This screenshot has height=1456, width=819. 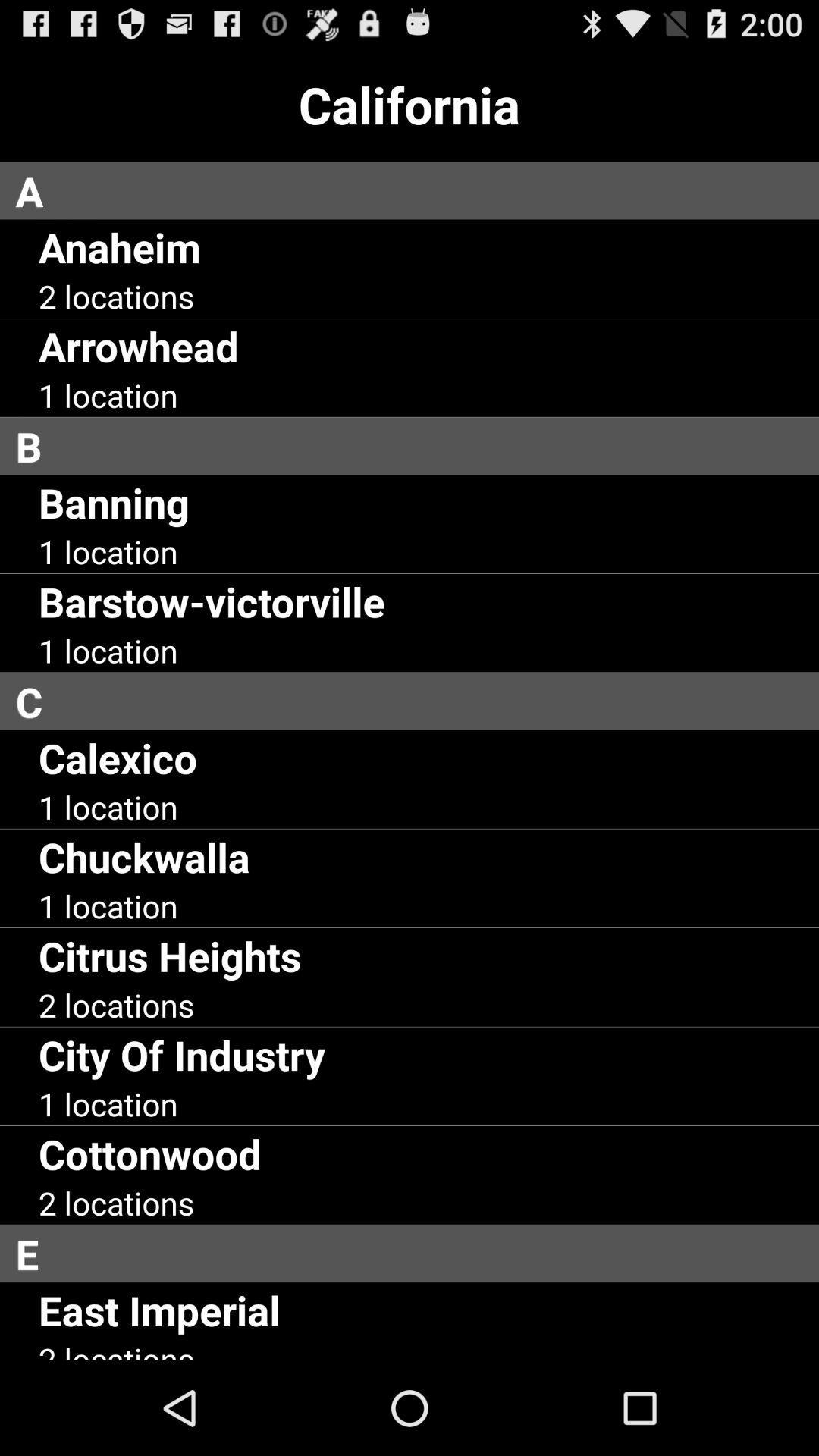 I want to click on icon below the 2 locations, so click(x=417, y=1254).